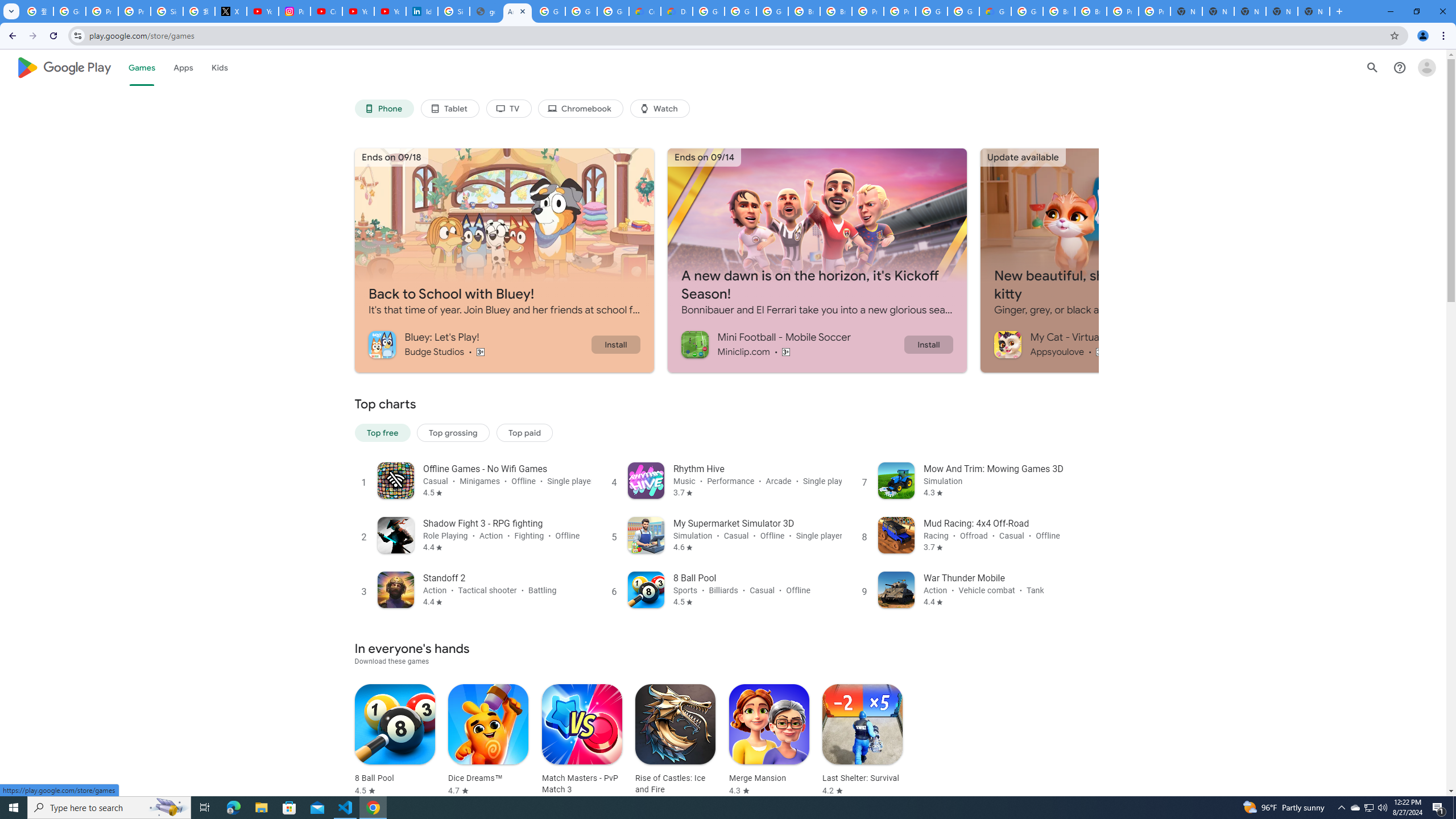 The image size is (1456, 819). Describe the element at coordinates (394, 740) in the screenshot. I see `'8 Ball Pool Rated 4.5 stars out of five stars'` at that location.